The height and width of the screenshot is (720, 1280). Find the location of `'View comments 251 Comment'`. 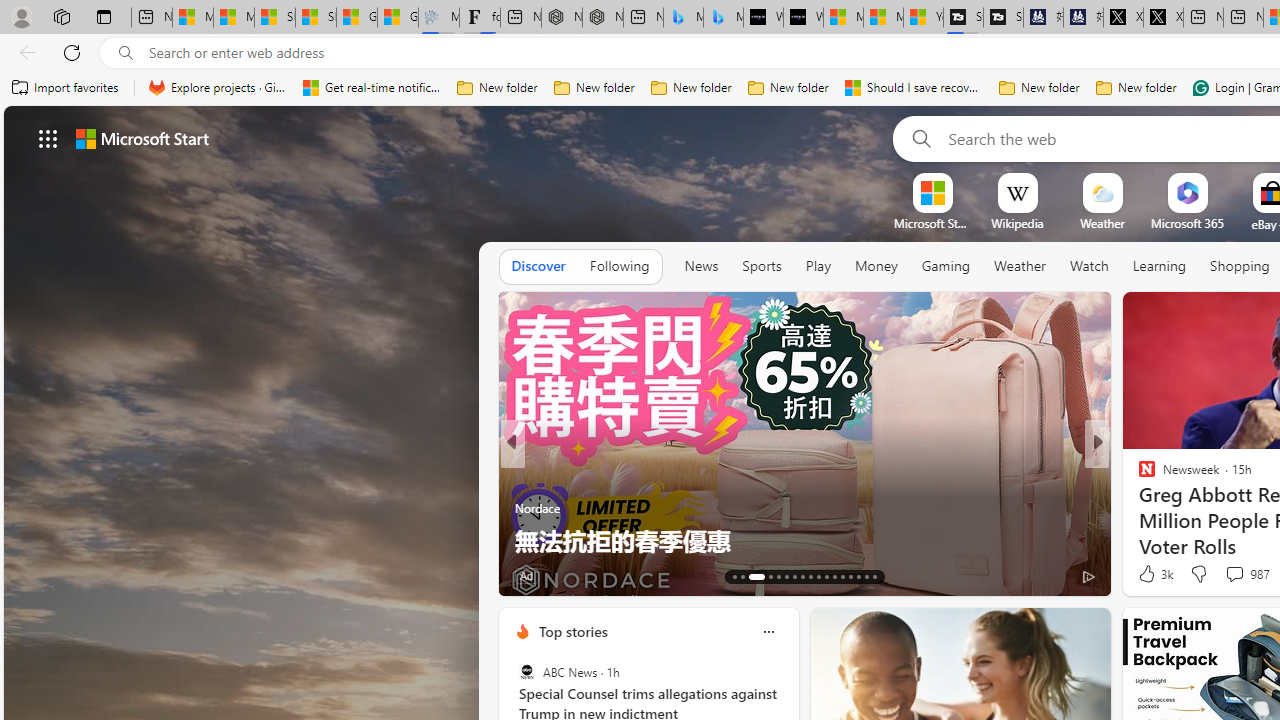

'View comments 251 Comment' is located at coordinates (1234, 575).